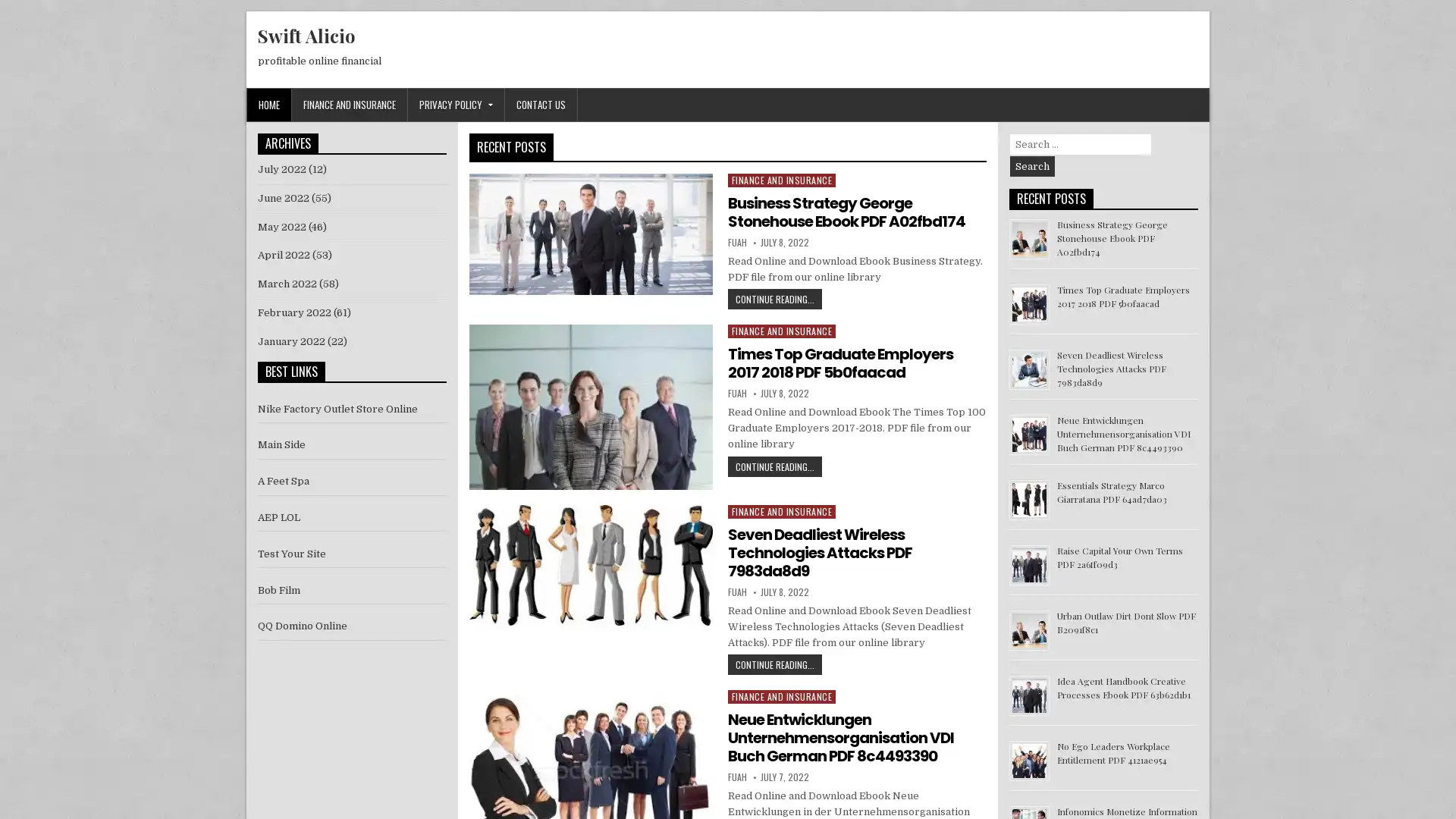 The image size is (1456, 819). Describe the element at coordinates (1031, 166) in the screenshot. I see `Search` at that location.